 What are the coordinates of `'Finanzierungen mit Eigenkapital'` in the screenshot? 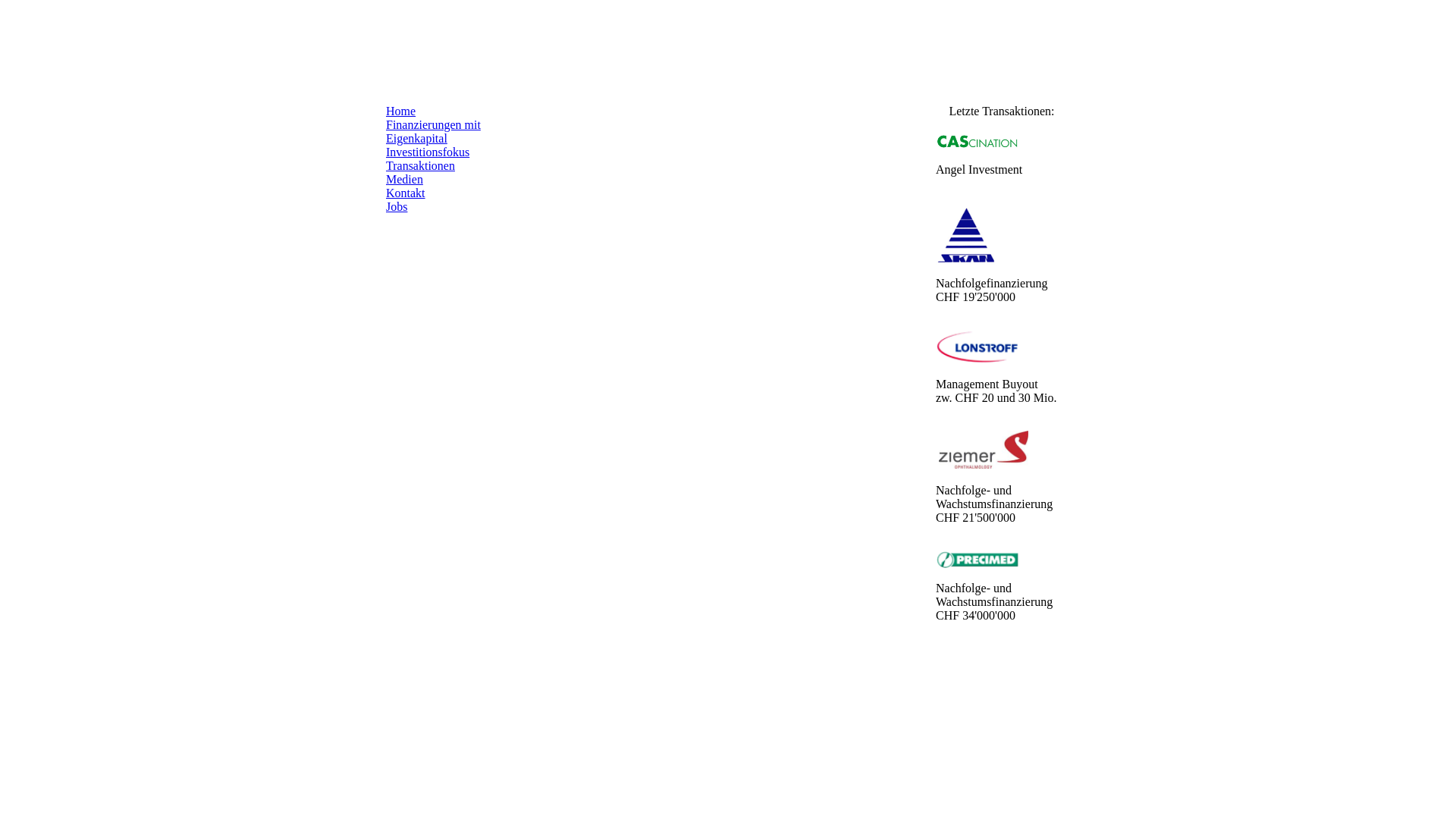 It's located at (432, 130).